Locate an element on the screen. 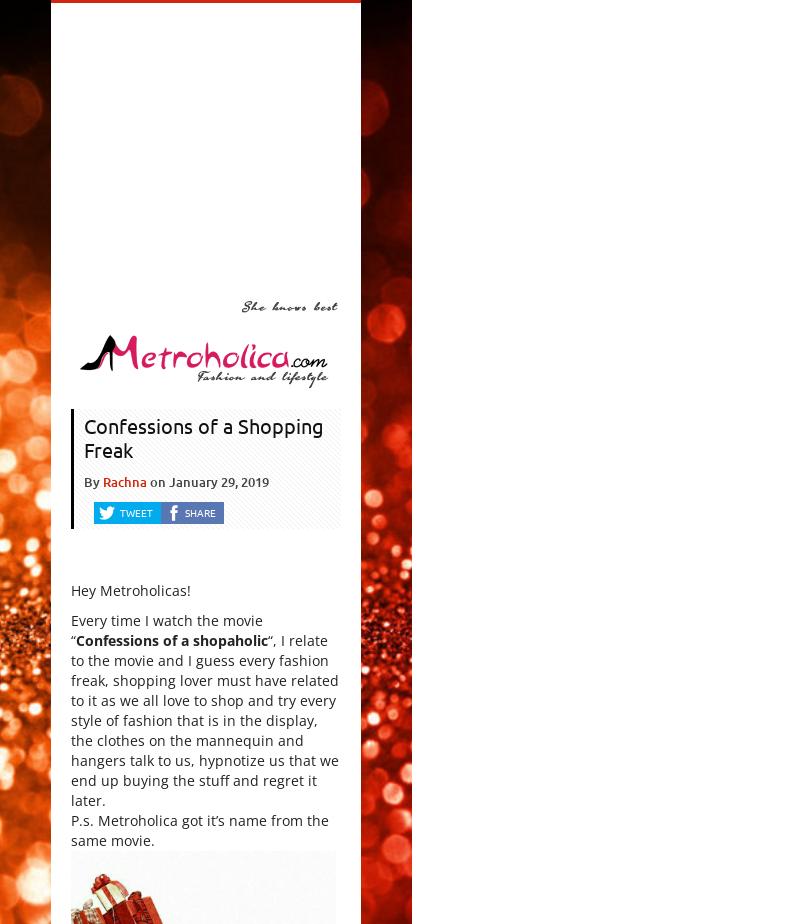 This screenshot has width=806, height=924. 'Share' is located at coordinates (200, 512).